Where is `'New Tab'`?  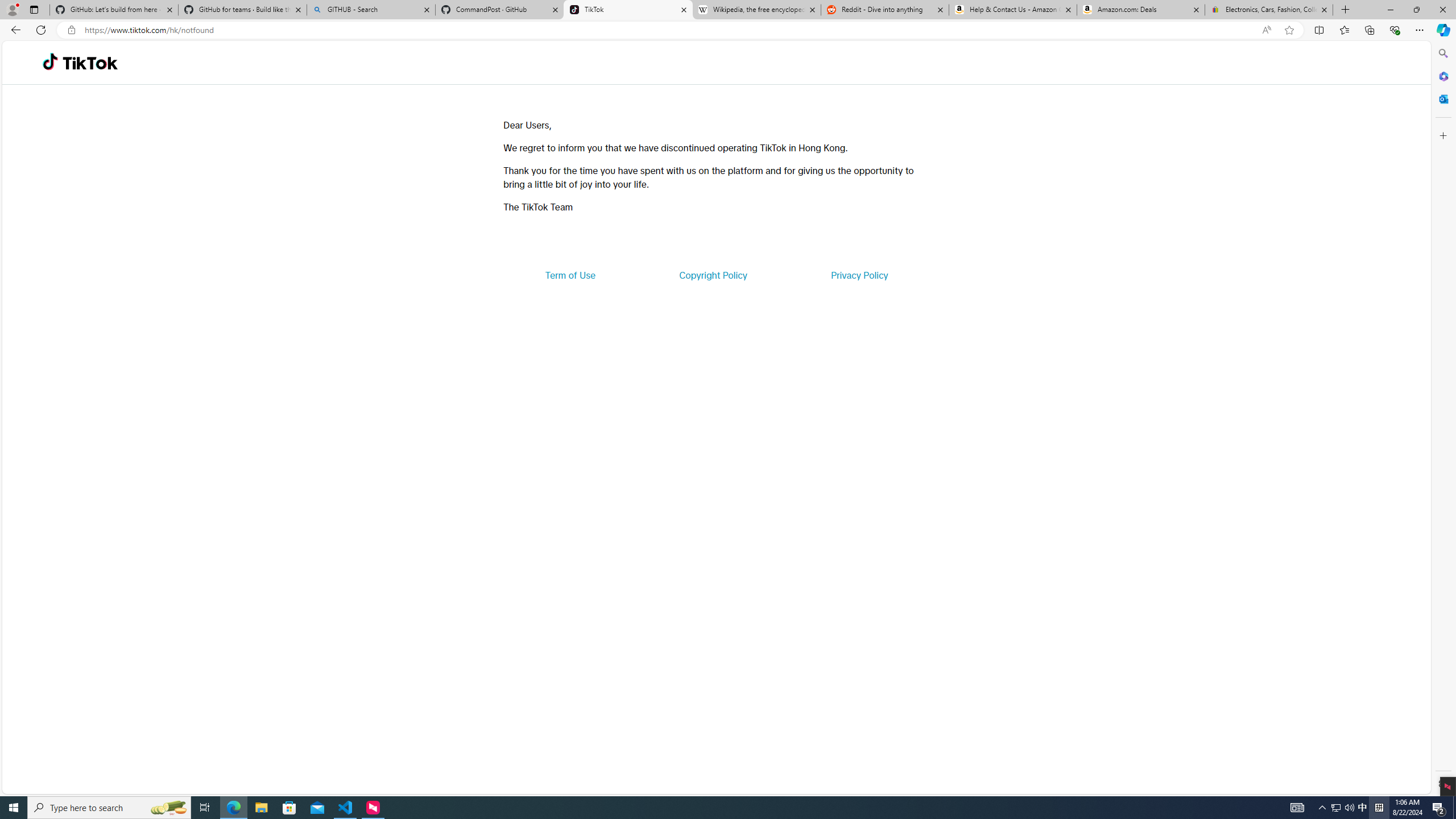 'New Tab' is located at coordinates (1345, 9).